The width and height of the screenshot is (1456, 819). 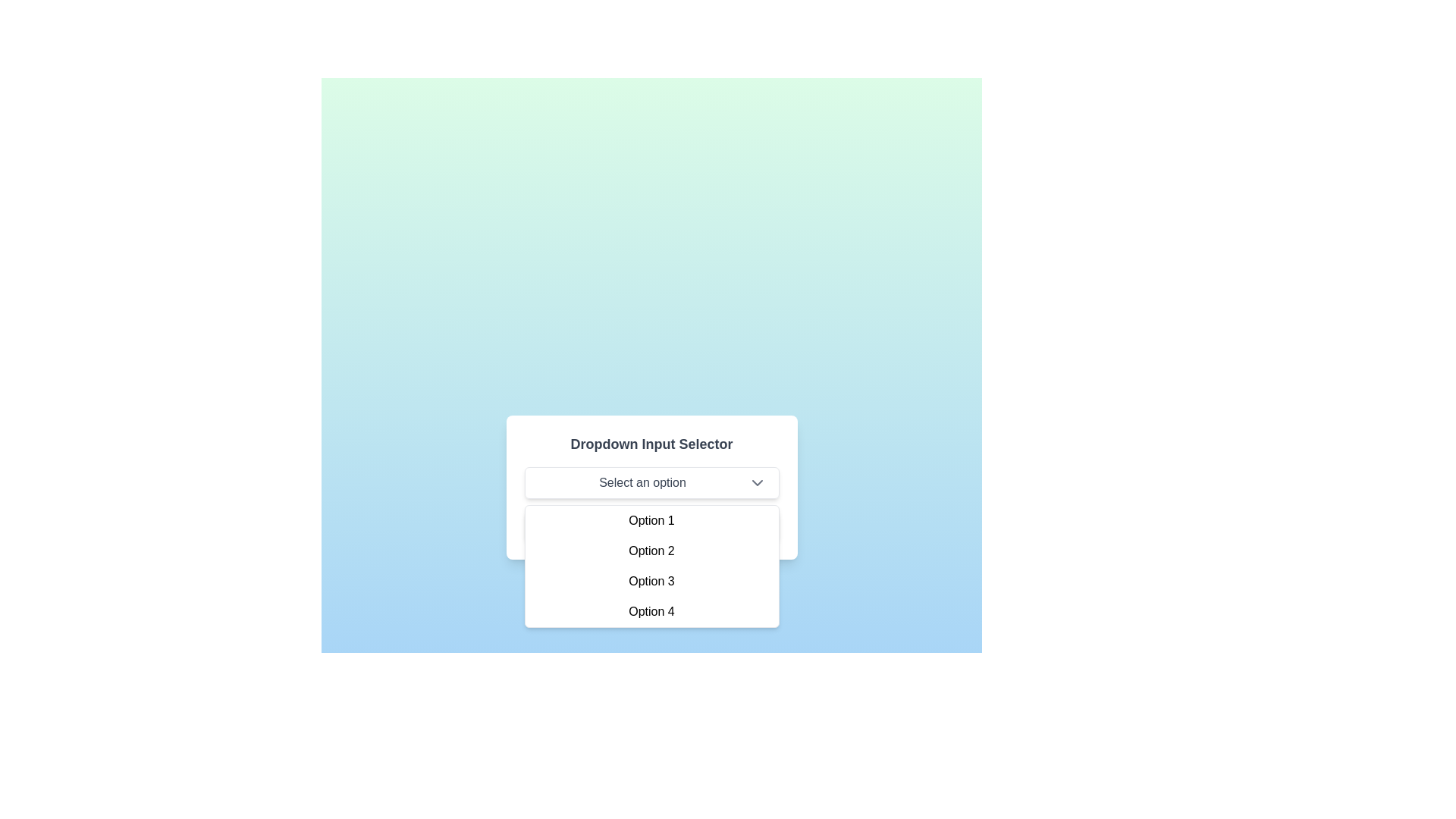 I want to click on the text label that reads 'Option 3' in the dropdown list, so click(x=651, y=581).